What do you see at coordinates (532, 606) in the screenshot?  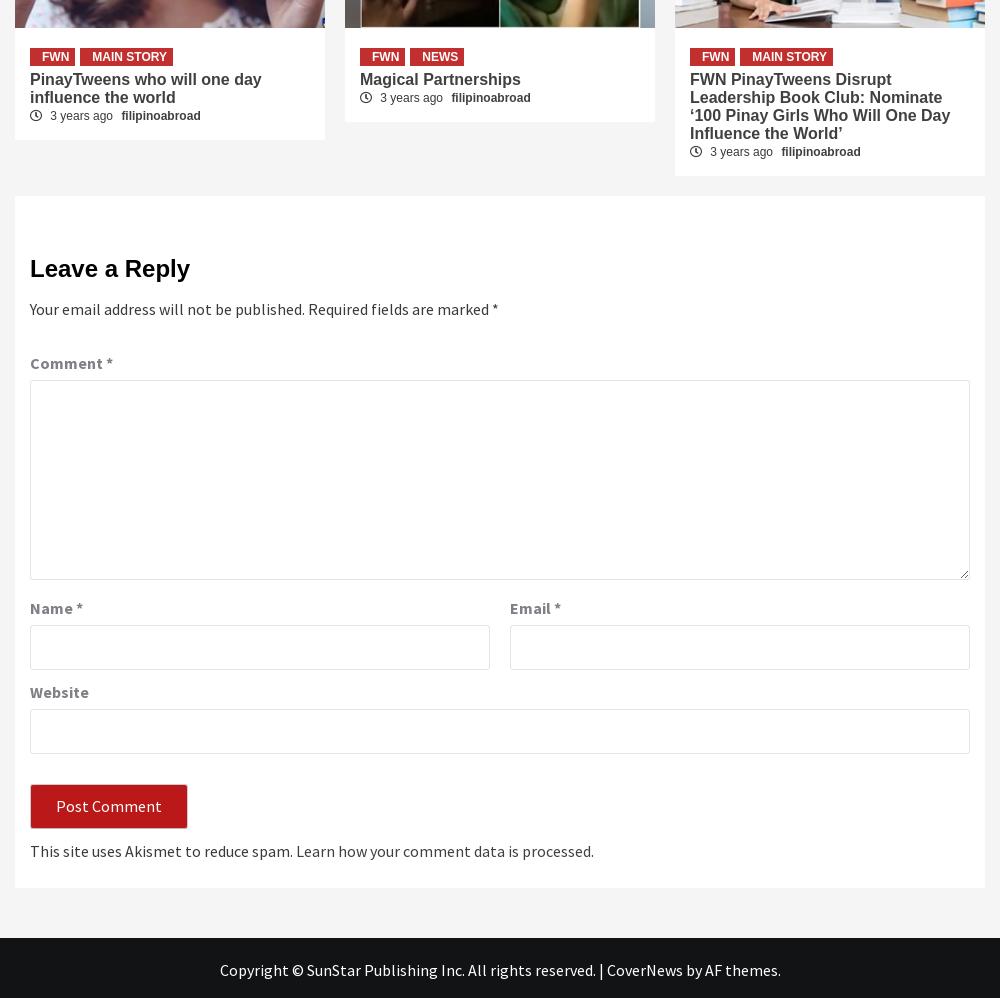 I see `'Email'` at bounding box center [532, 606].